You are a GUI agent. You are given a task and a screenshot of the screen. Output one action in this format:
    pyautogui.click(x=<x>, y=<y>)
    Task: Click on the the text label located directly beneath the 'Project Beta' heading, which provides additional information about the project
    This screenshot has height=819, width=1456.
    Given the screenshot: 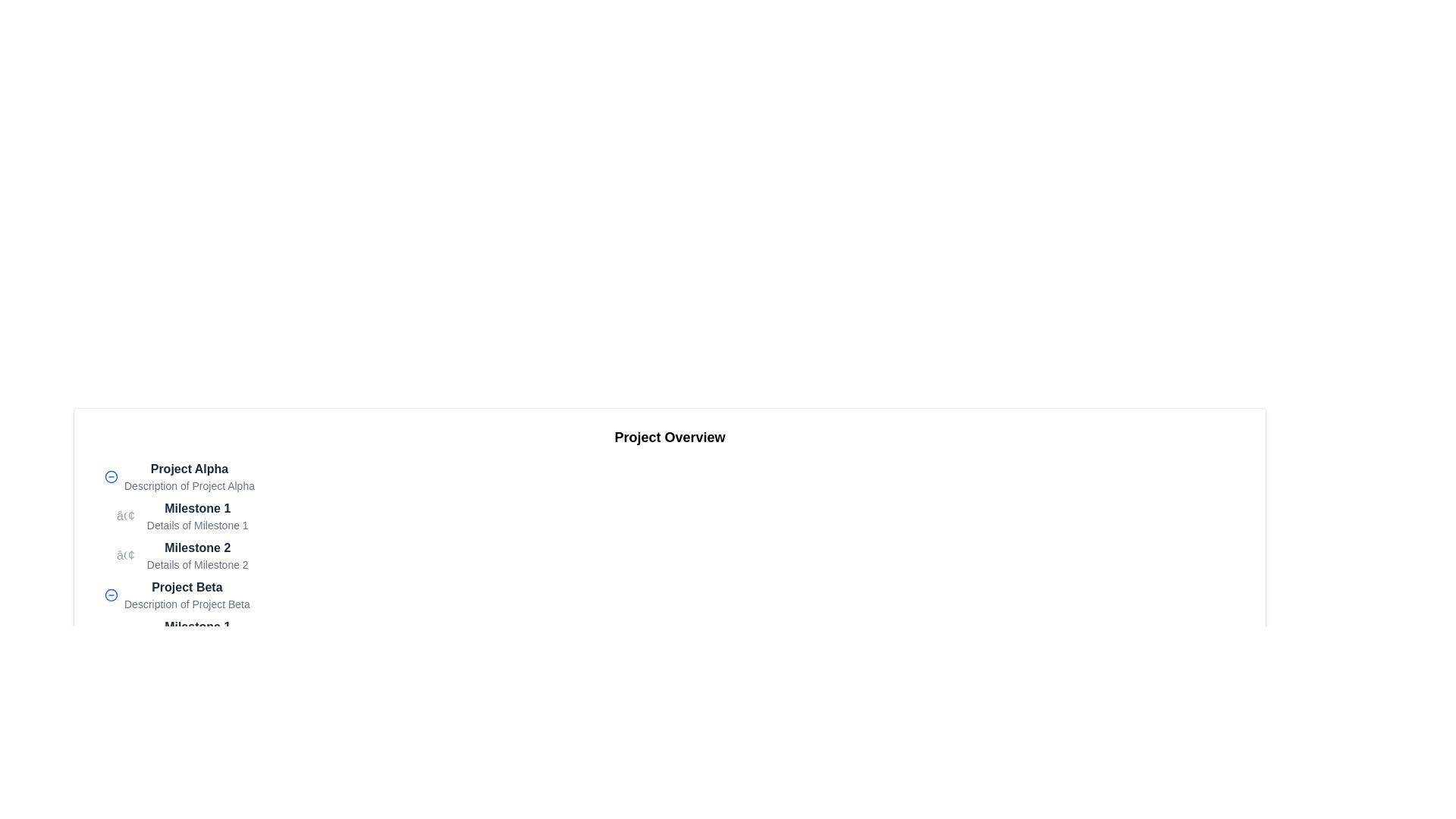 What is the action you would take?
    pyautogui.click(x=186, y=604)
    